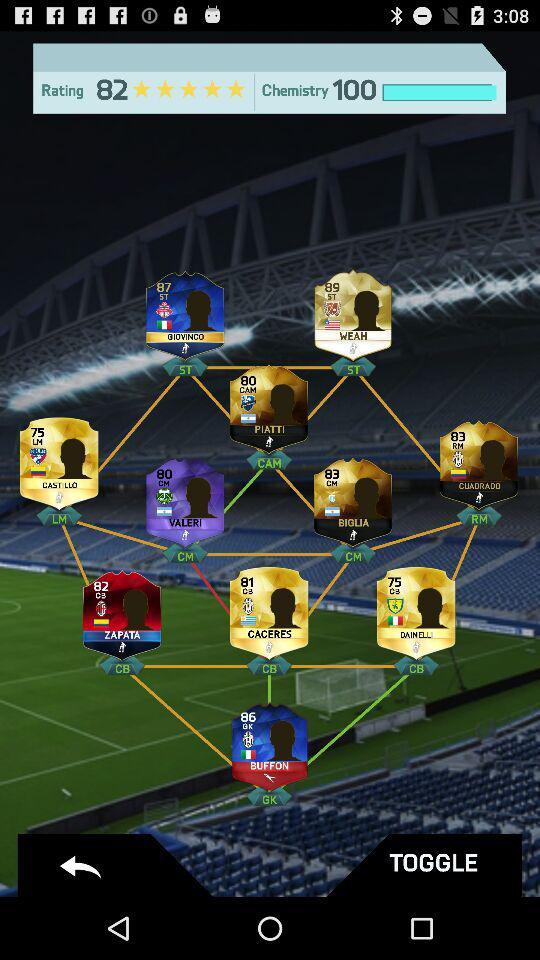  Describe the element at coordinates (185, 311) in the screenshot. I see `change player` at that location.